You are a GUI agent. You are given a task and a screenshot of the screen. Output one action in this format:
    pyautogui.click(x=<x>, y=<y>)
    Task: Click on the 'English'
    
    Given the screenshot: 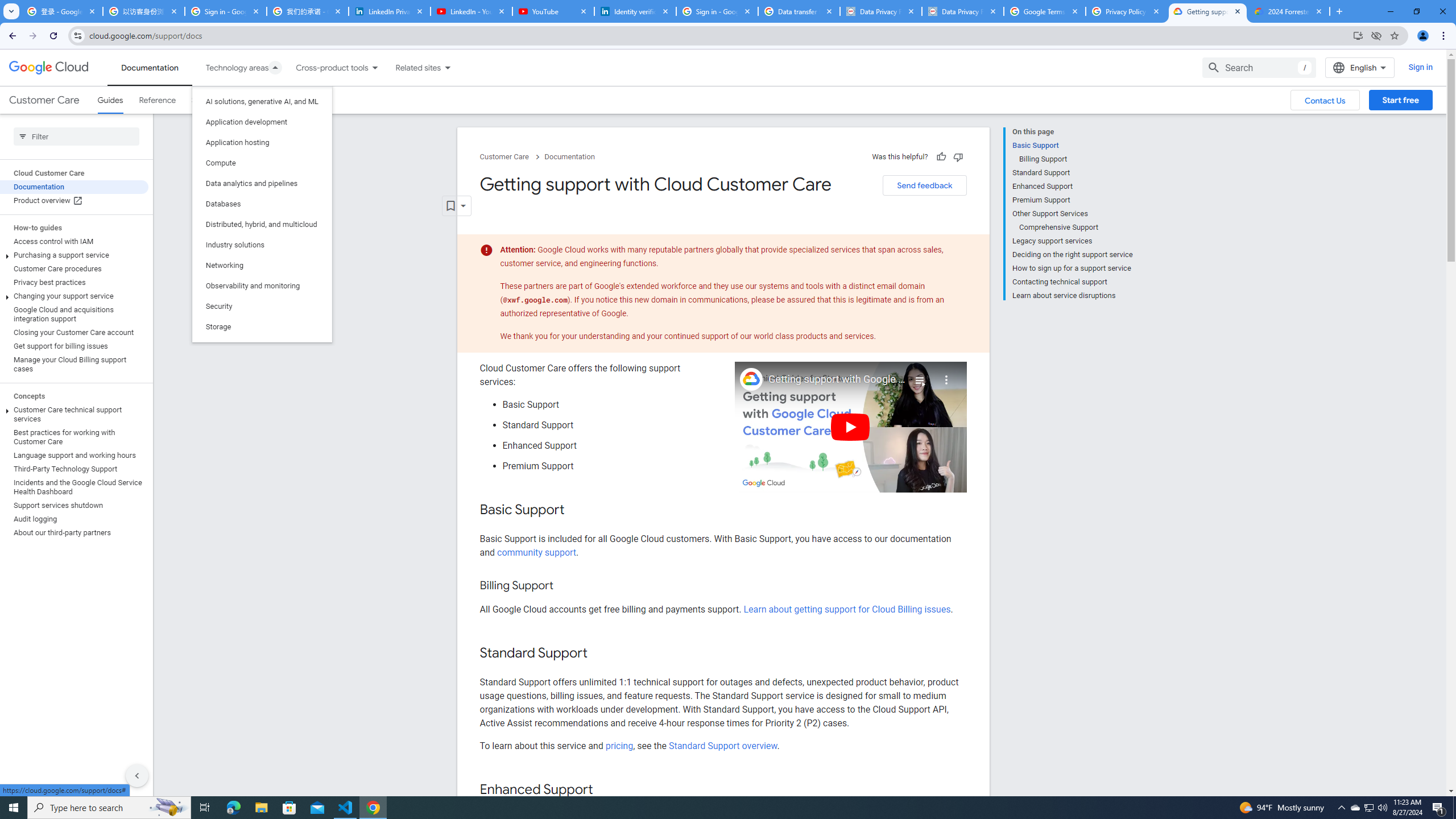 What is the action you would take?
    pyautogui.click(x=1359, y=67)
    